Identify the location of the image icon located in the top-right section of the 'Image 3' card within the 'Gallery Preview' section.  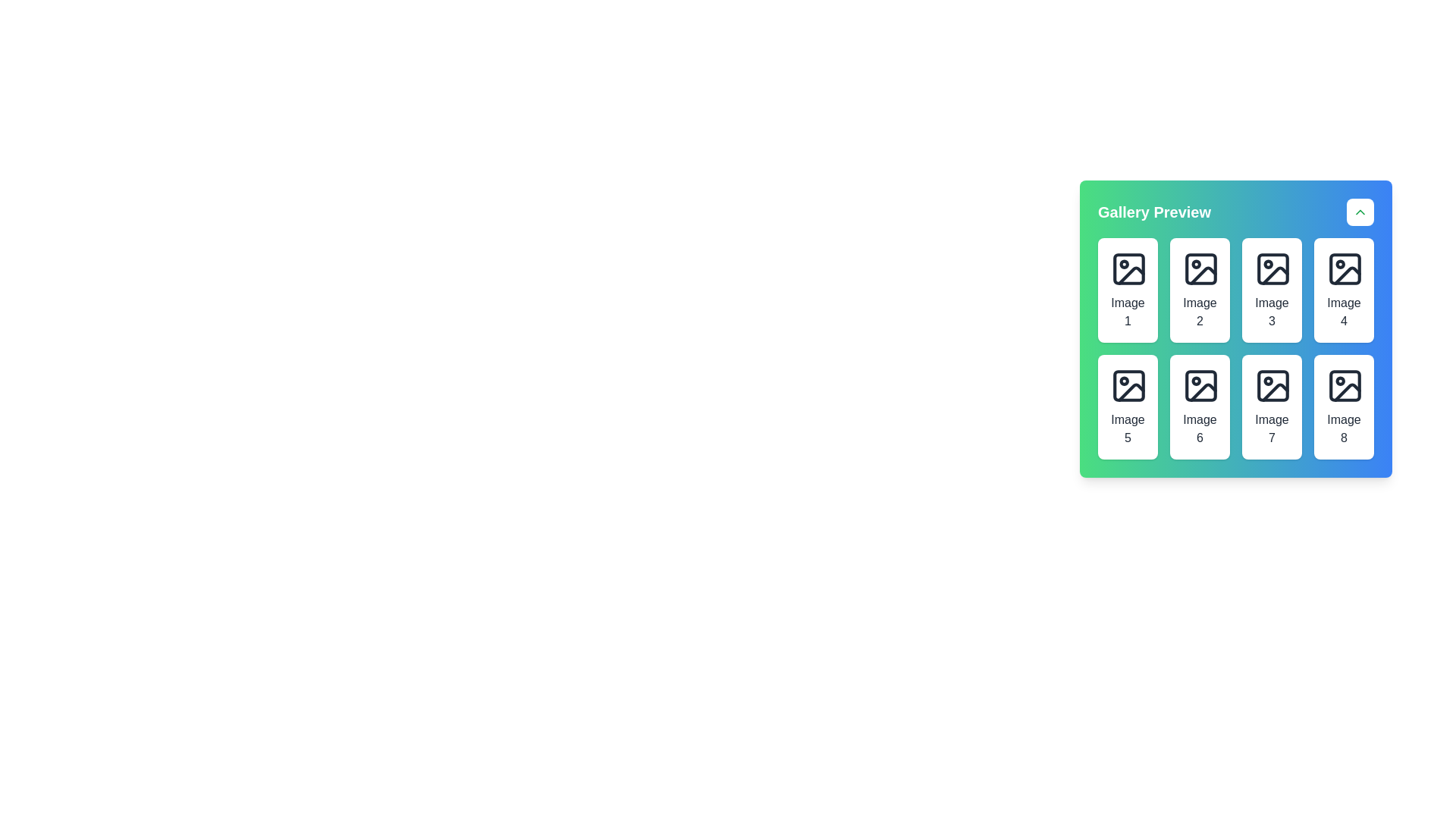
(1273, 268).